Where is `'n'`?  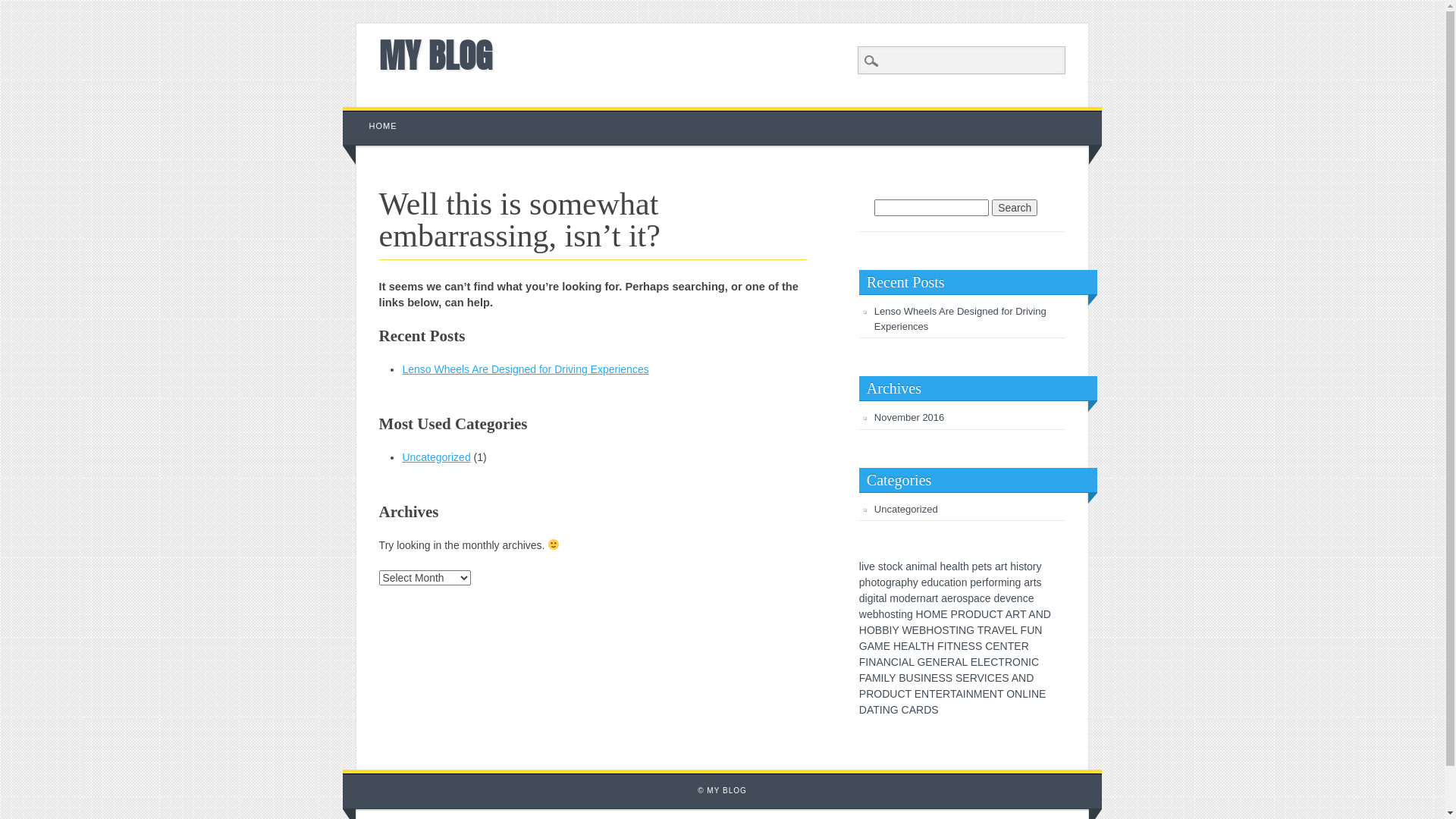
'n' is located at coordinates (901, 614).